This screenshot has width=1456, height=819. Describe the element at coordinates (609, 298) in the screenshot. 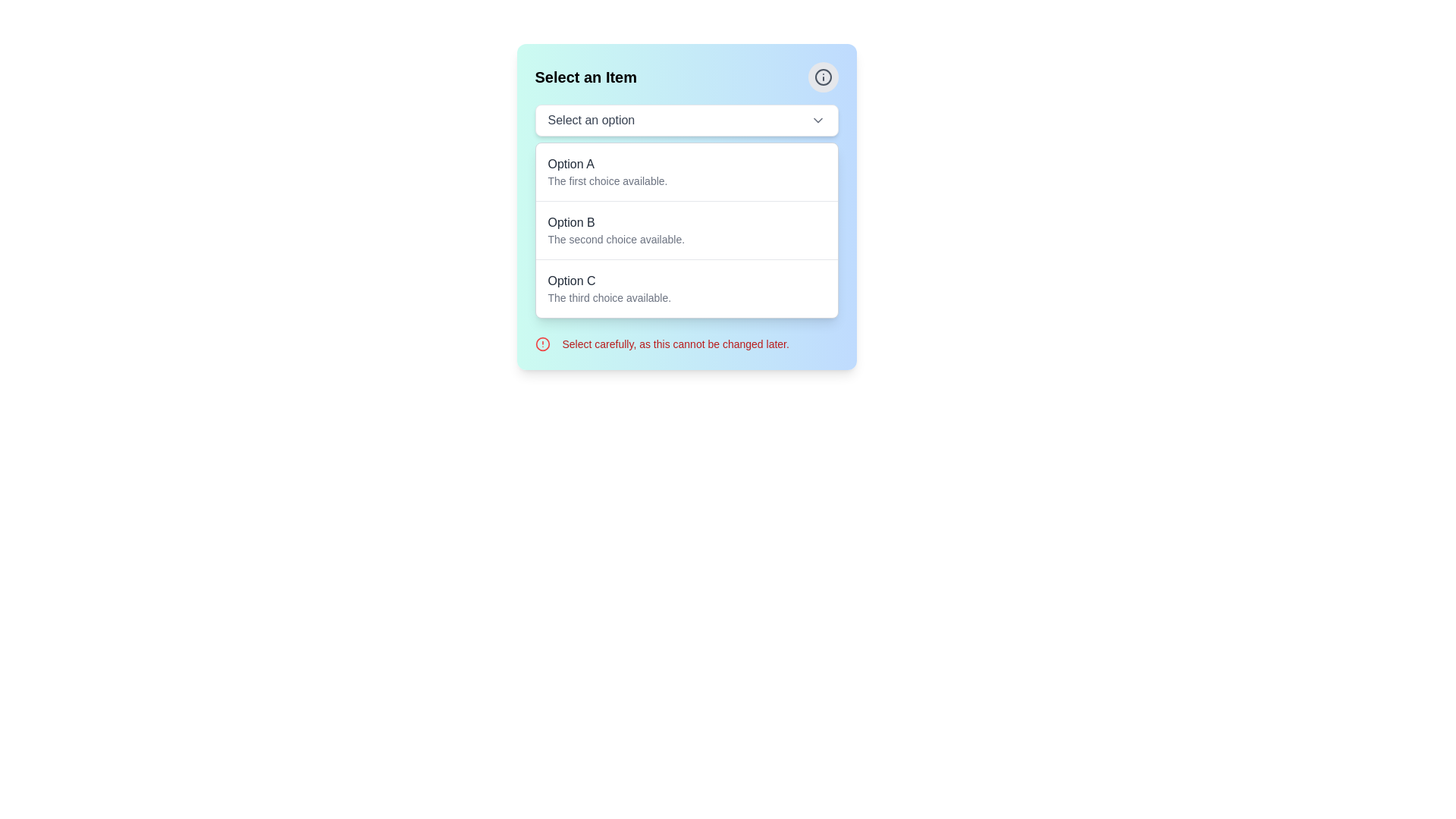

I see `the informational text that provides additional descriptive information for the 'Option C' selection, located below 'Option C' in the dropdown section` at that location.